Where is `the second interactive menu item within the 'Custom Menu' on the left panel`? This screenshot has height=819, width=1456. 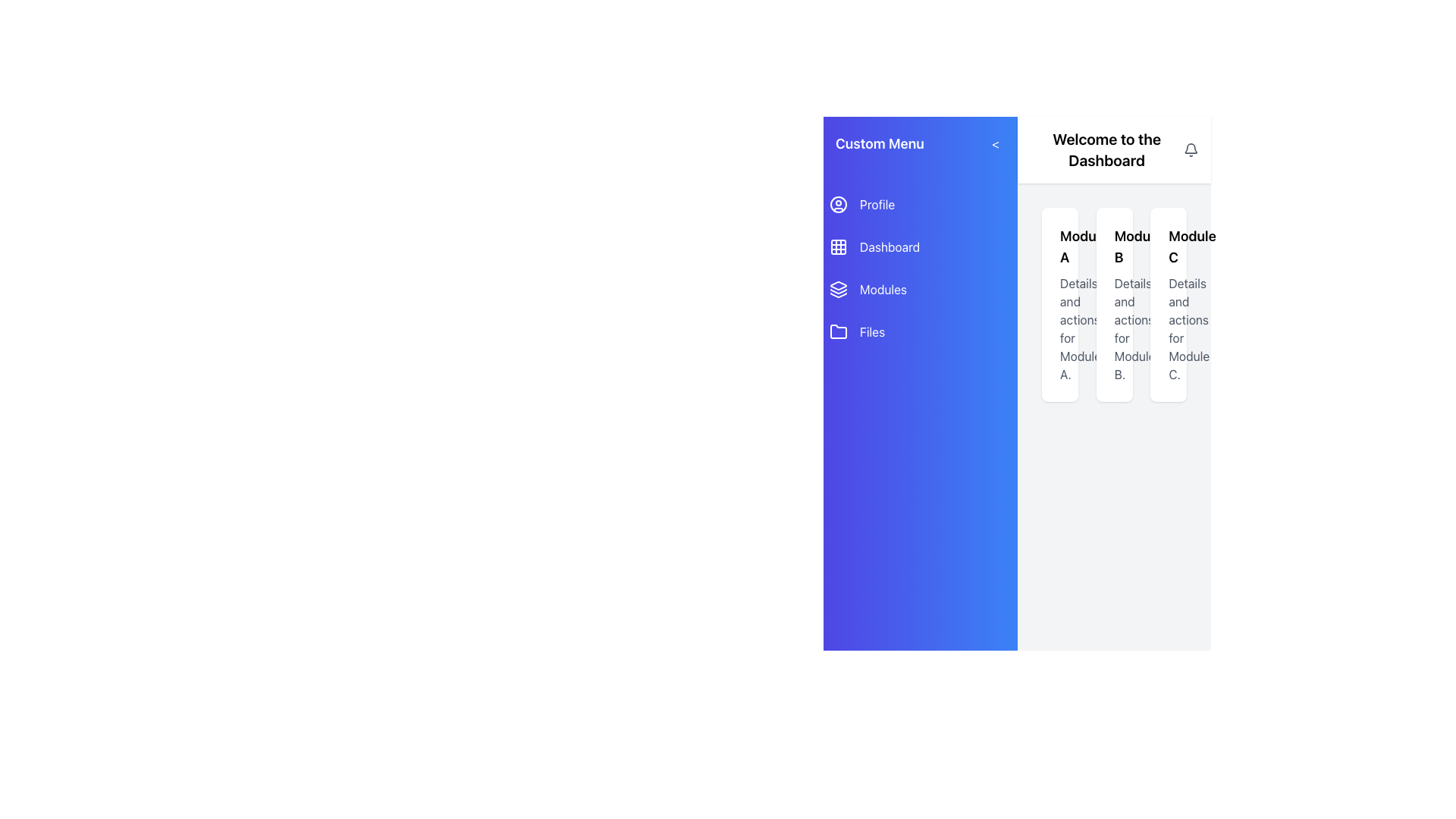
the second interactive menu item within the 'Custom Menu' on the left panel is located at coordinates (920, 268).